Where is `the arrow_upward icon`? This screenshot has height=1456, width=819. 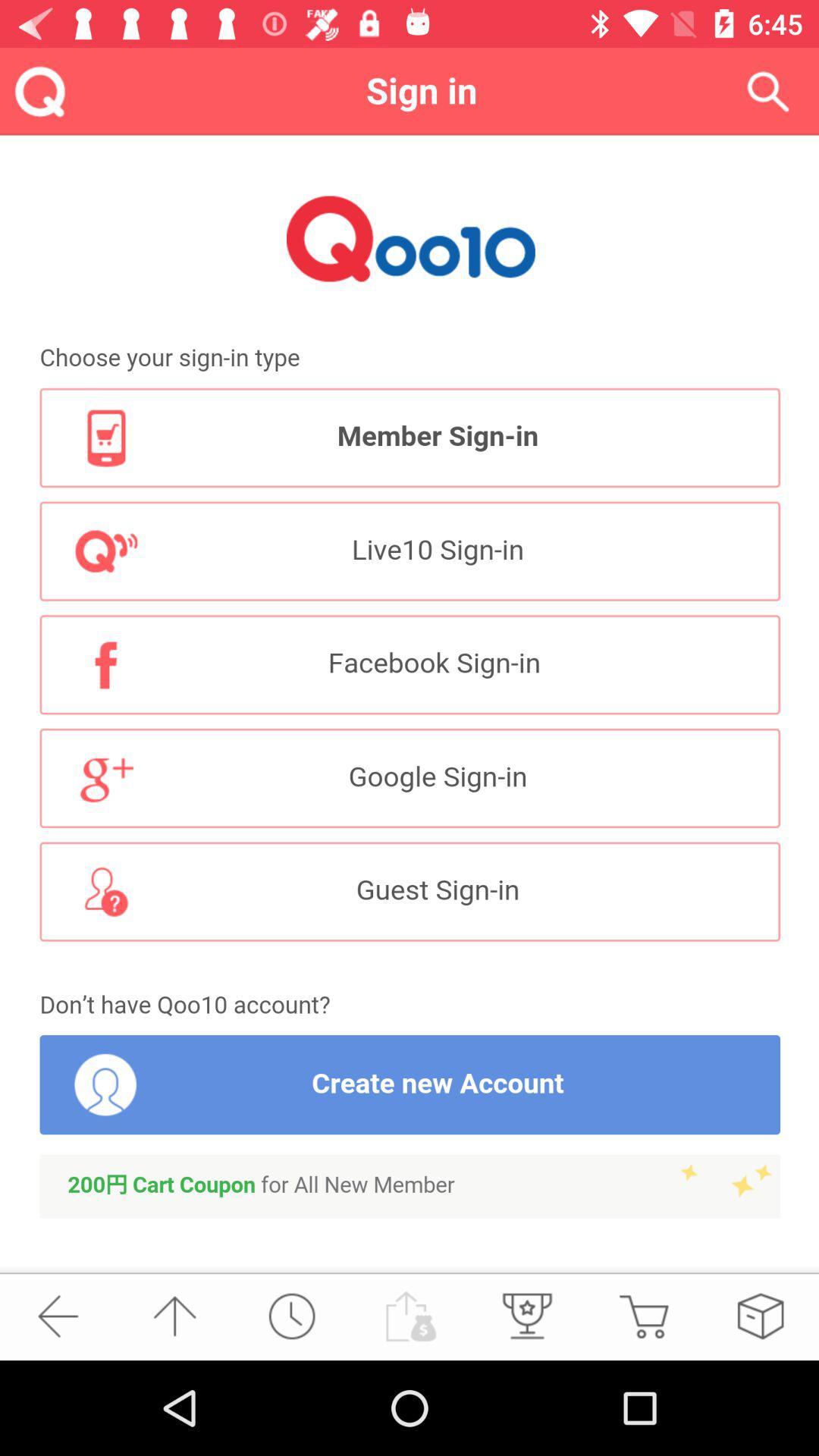 the arrow_upward icon is located at coordinates (174, 1315).